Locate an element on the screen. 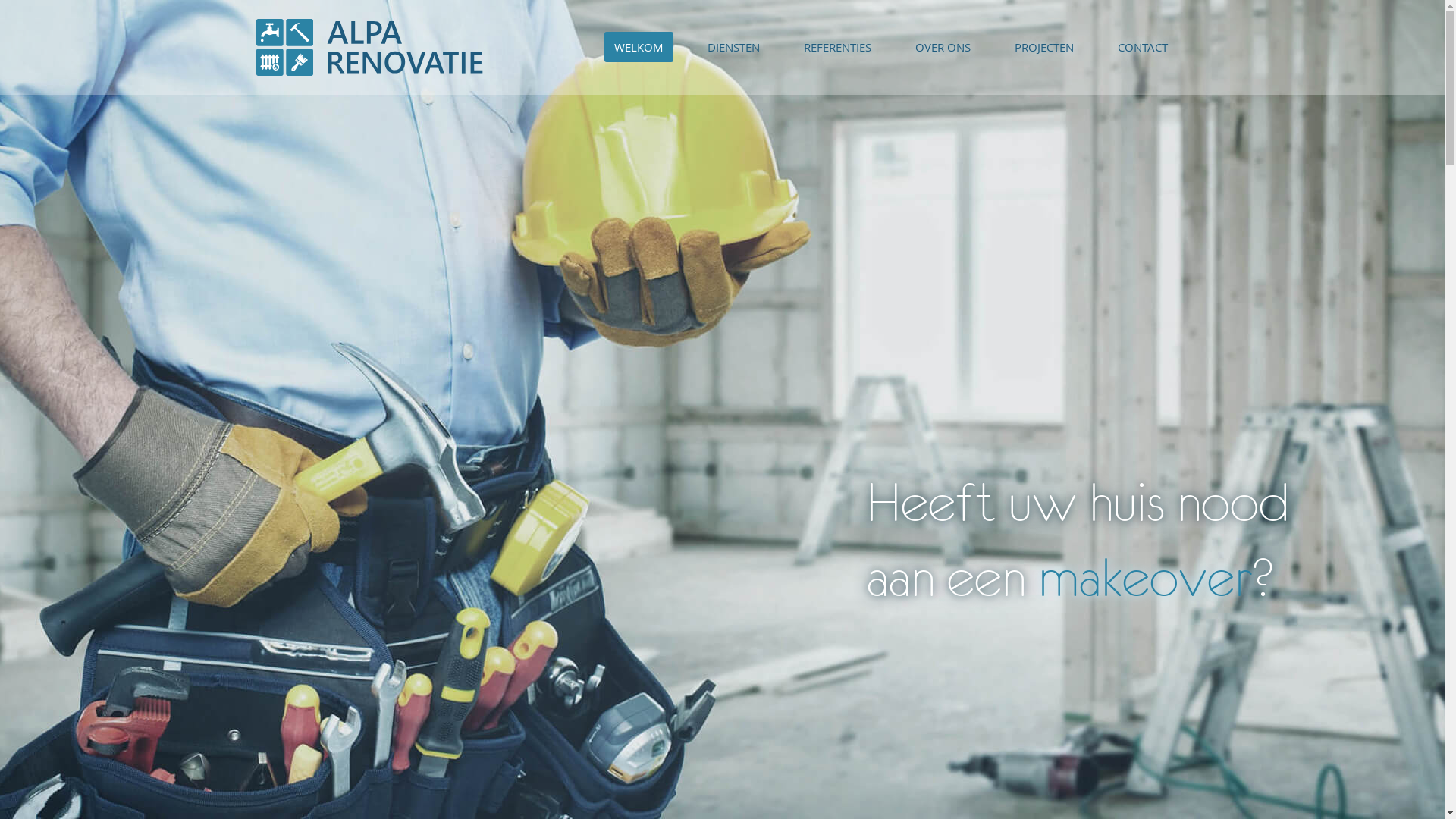 The image size is (1456, 819). 'REFERENTIES' is located at coordinates (836, 45).